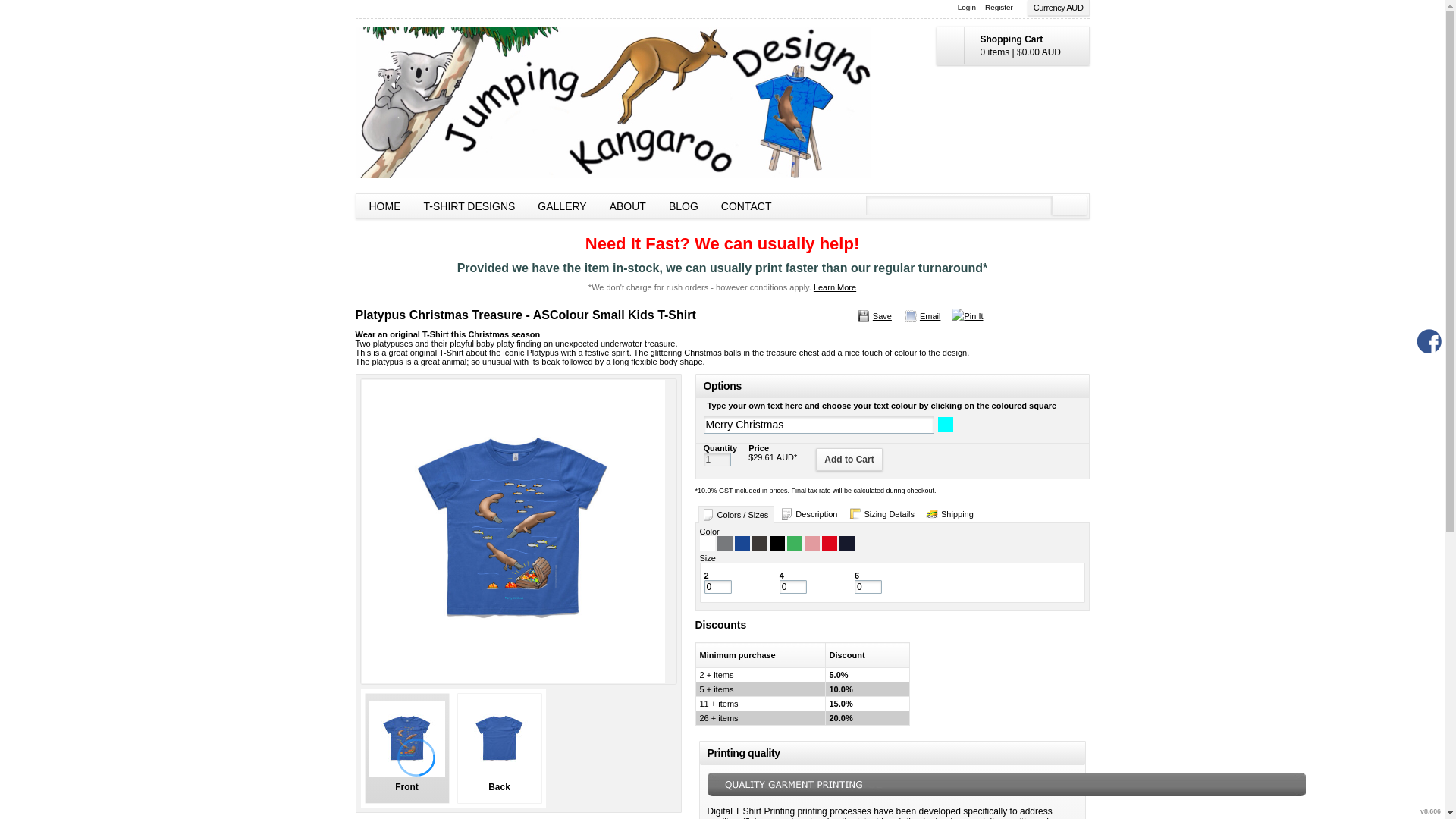 Image resolution: width=1456 pixels, height=819 pixels. Describe the element at coordinates (776, 543) in the screenshot. I see `'Black'` at that location.